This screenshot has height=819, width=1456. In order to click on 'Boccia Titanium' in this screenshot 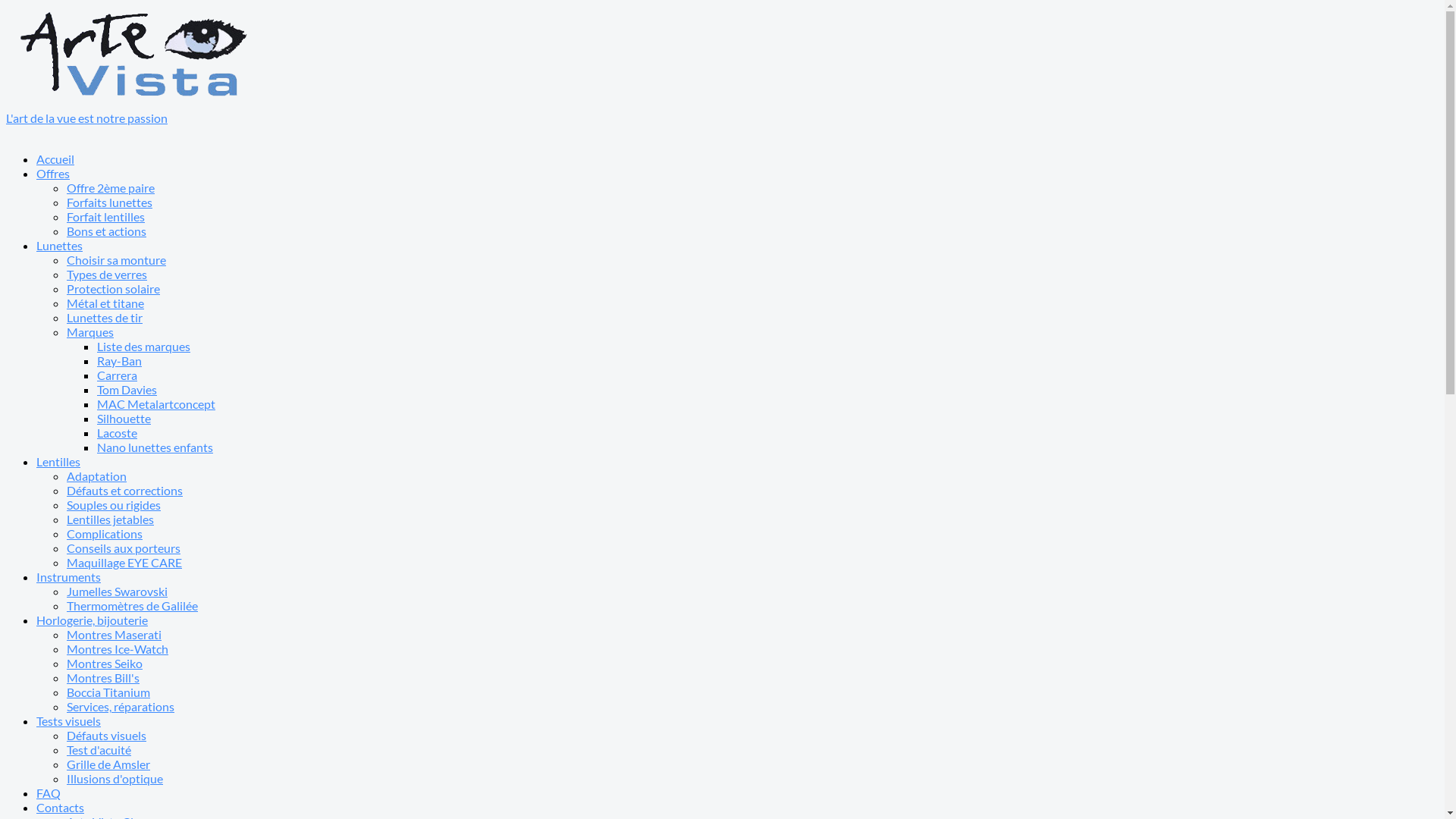, I will do `click(108, 692)`.